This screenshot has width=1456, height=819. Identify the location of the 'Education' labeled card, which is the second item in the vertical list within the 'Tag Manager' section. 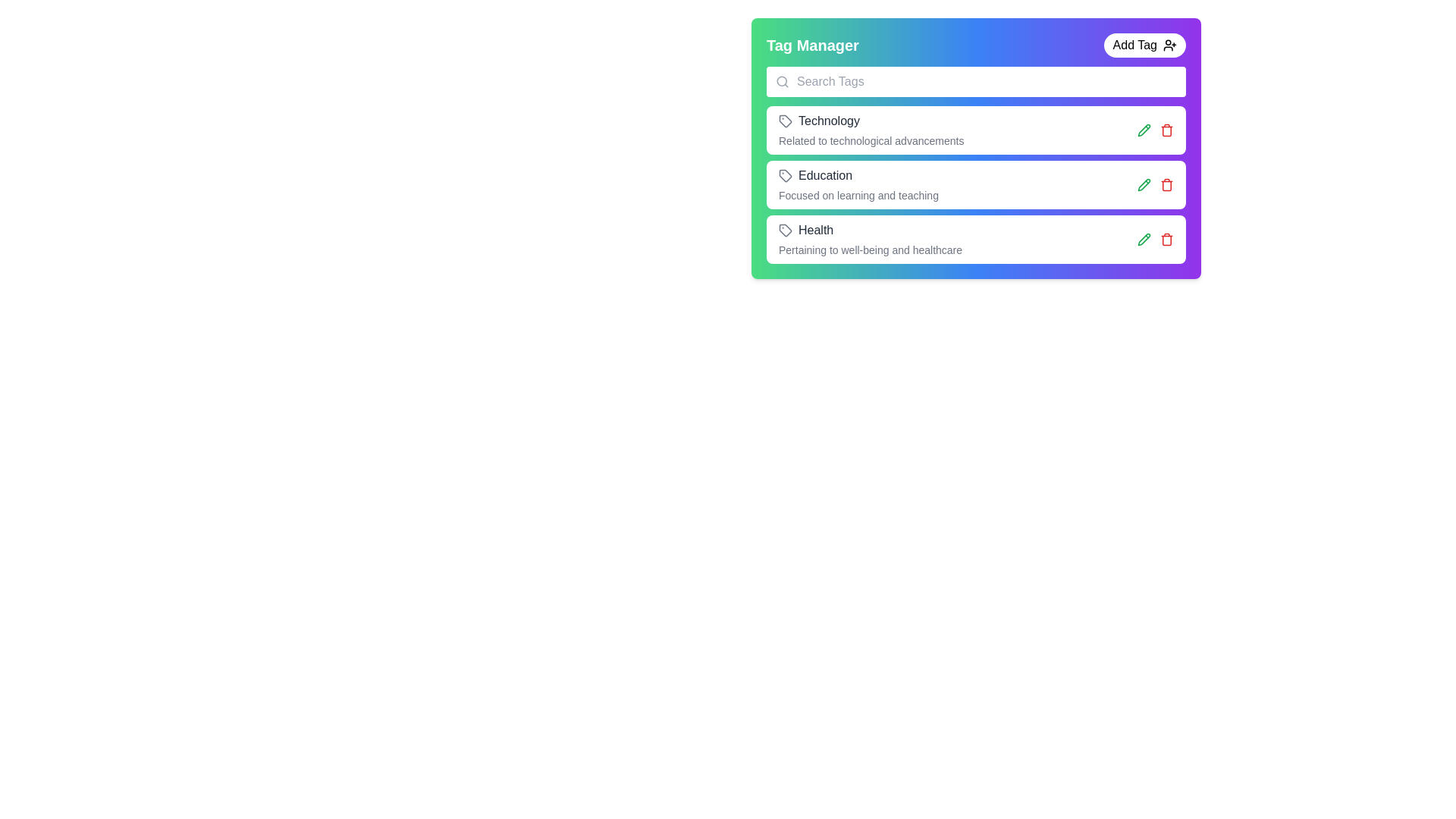
(976, 184).